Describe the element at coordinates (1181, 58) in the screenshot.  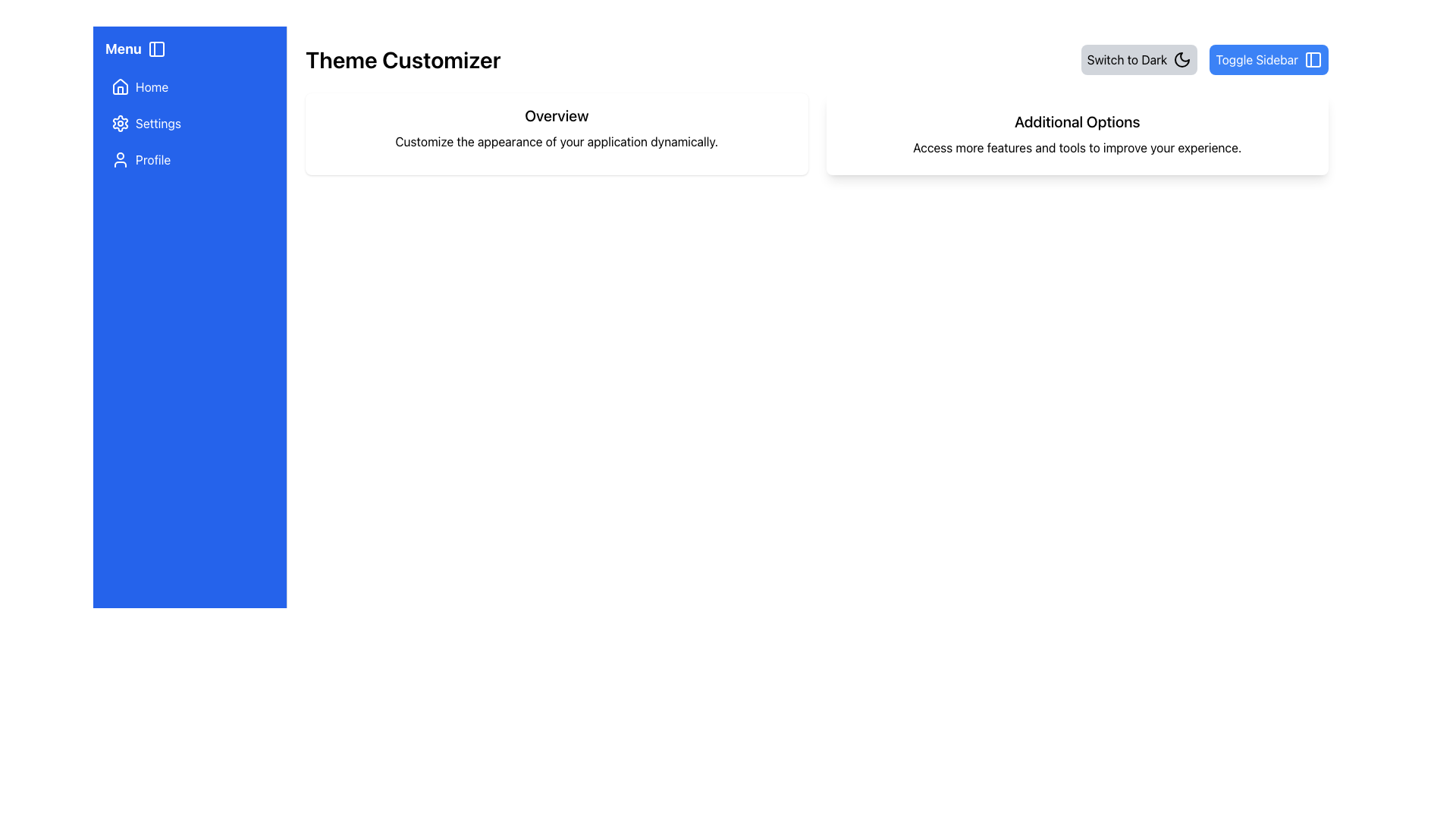
I see `the crescent moon icon, which is part of the 'Switch to Dark' button located in the top-right section of the interface` at that location.